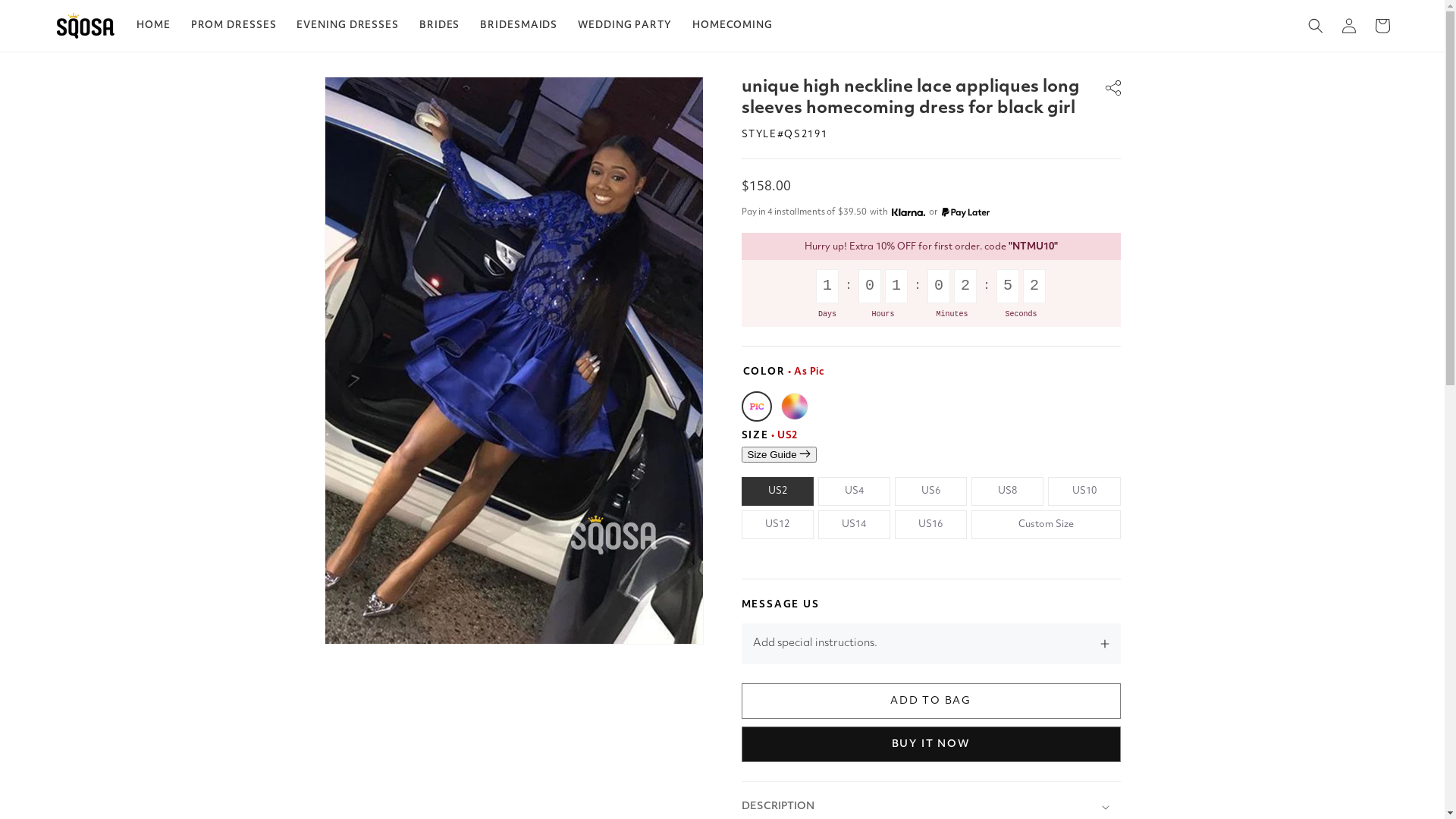 This screenshot has width=1456, height=819. What do you see at coordinates (347, 26) in the screenshot?
I see `'EVENING DRESSES'` at bounding box center [347, 26].